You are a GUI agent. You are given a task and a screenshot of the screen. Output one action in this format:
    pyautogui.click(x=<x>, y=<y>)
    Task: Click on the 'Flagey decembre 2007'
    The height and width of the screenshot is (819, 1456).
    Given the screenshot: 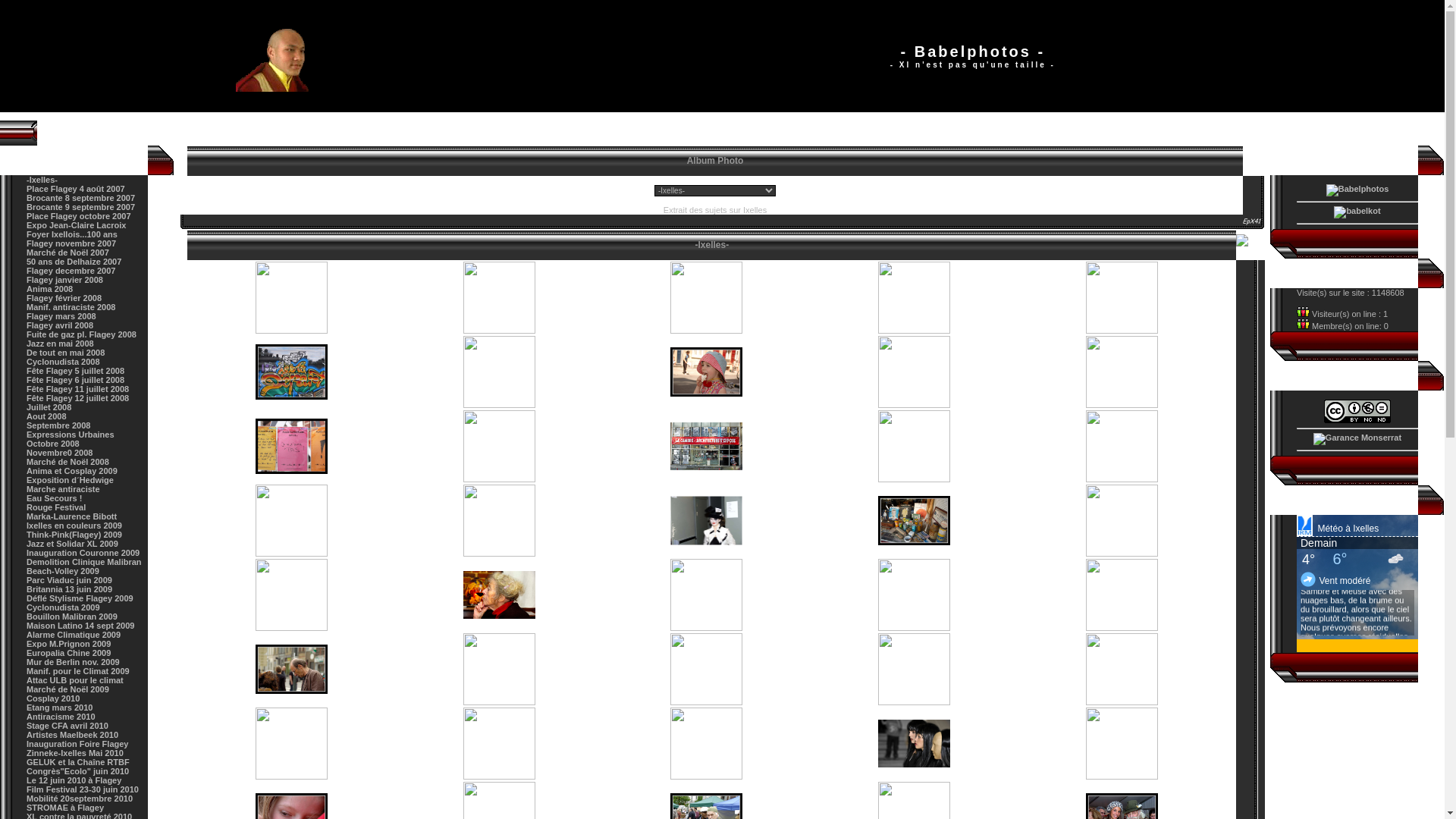 What is the action you would take?
    pyautogui.click(x=70, y=270)
    